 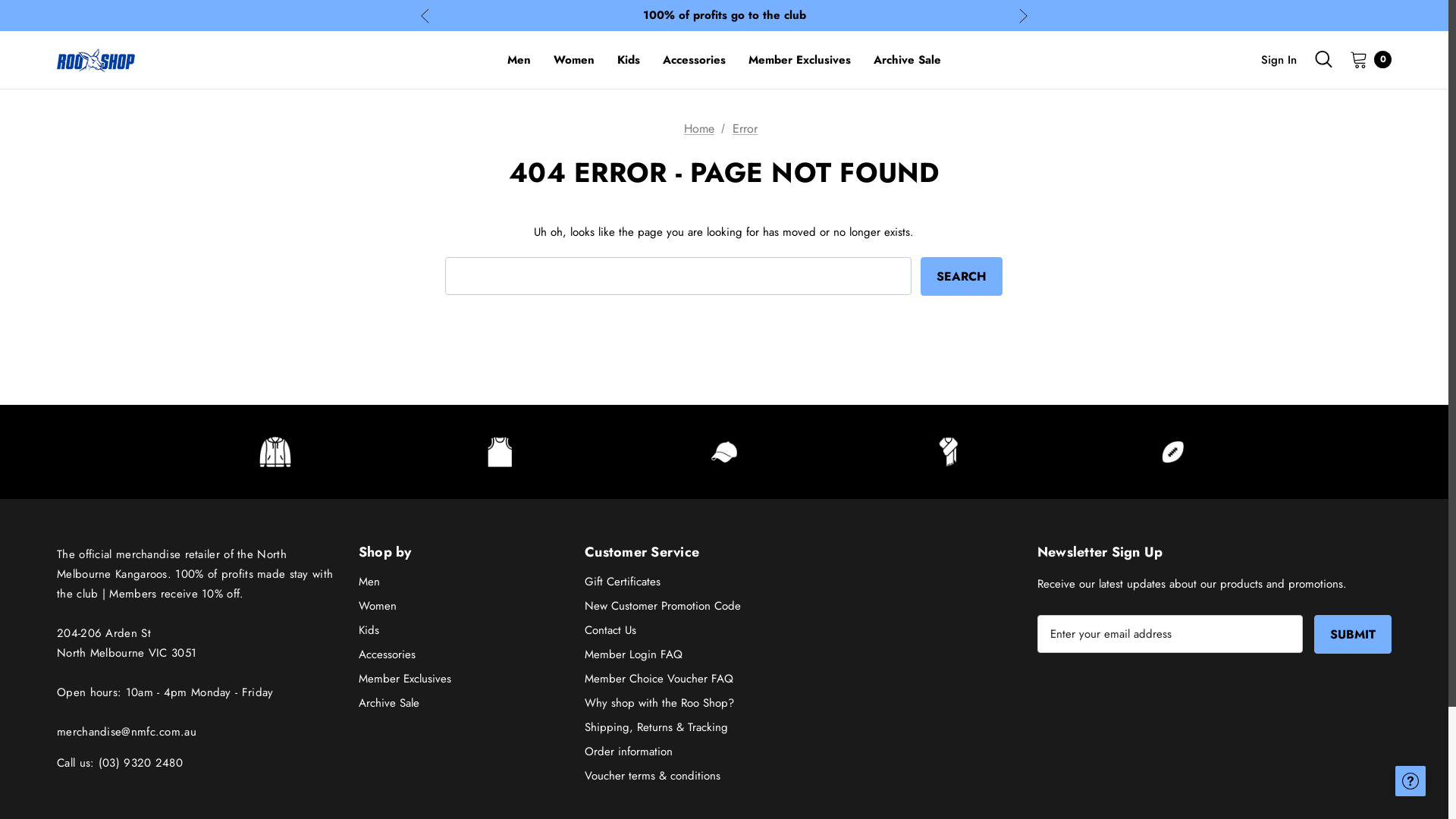 What do you see at coordinates (584, 581) in the screenshot?
I see `'Gift Certificates'` at bounding box center [584, 581].